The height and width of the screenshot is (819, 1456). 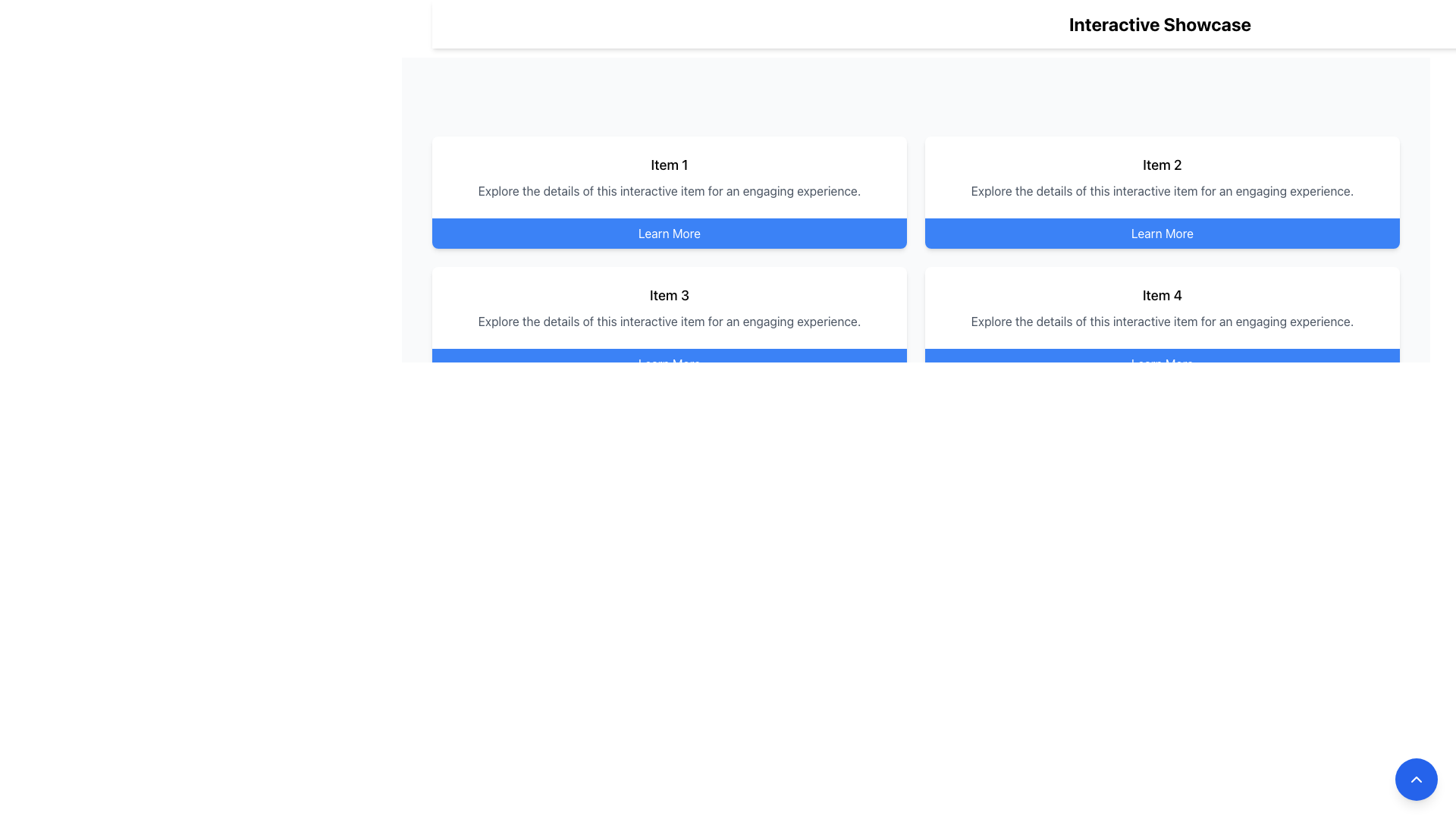 I want to click on the Informational Text Block located in the top-left quadrant of the grid, which is positioned above the 'Learn More' button and is the first box in a two-by-two grid system, so click(x=669, y=177).